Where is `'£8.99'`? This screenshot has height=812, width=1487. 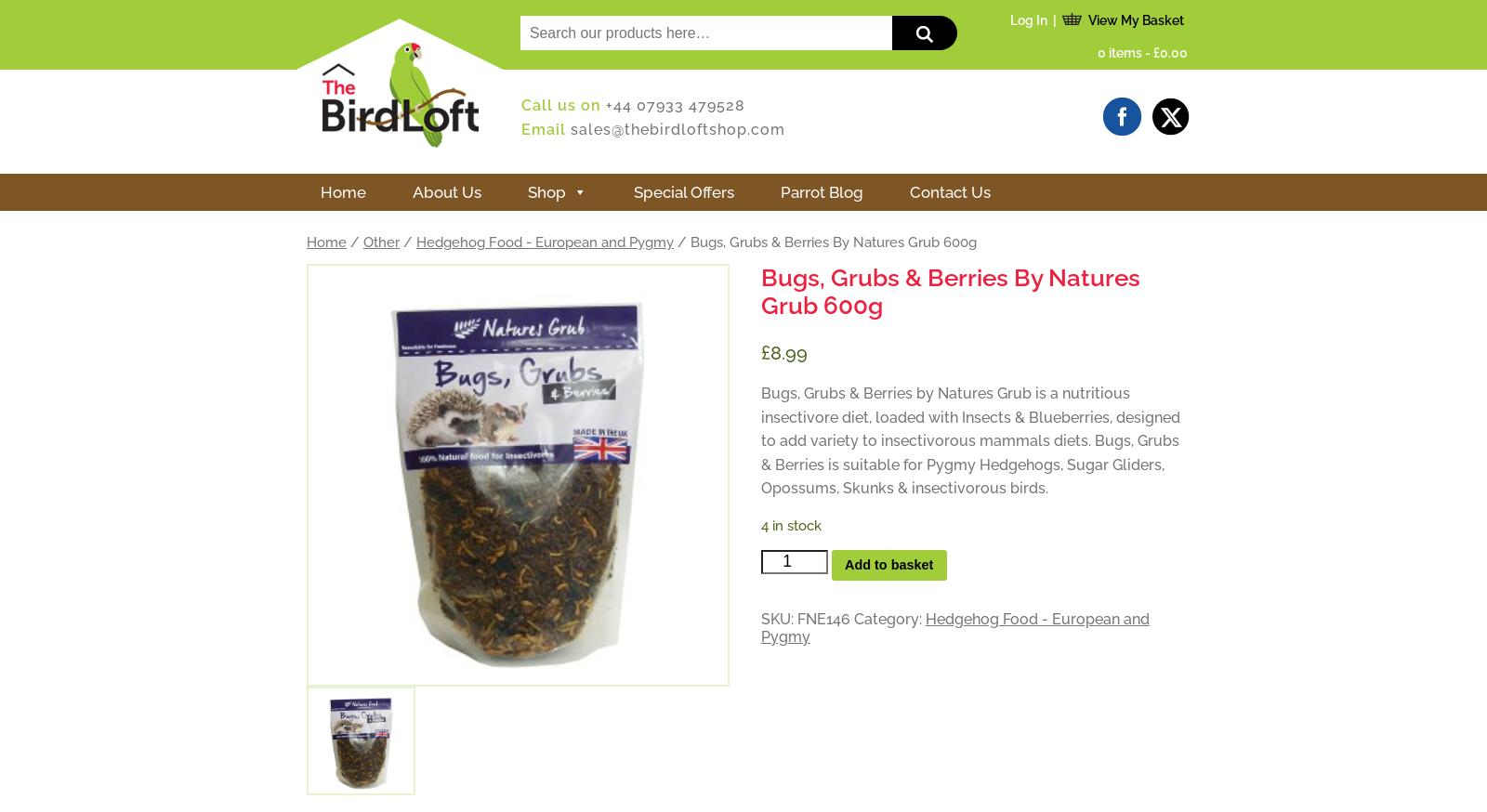
'£8.99' is located at coordinates (783, 351).